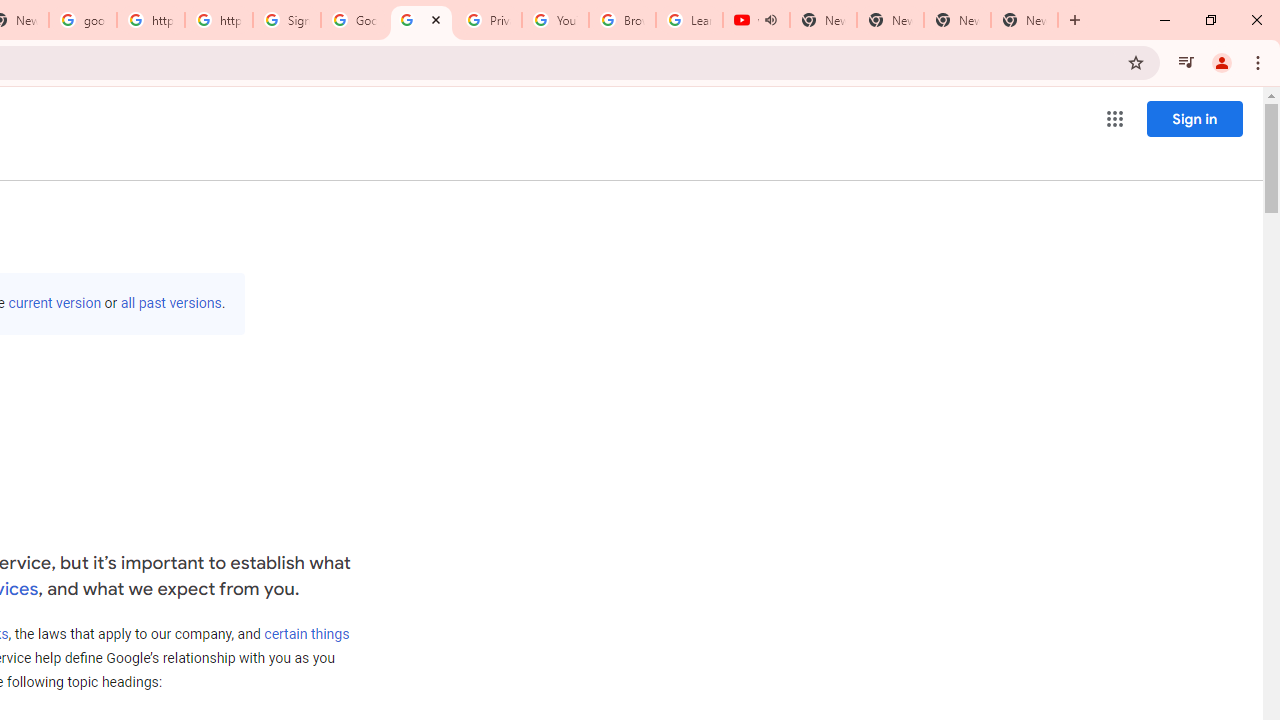  What do you see at coordinates (286, 20) in the screenshot?
I see `'Sign in - Google Accounts'` at bounding box center [286, 20].